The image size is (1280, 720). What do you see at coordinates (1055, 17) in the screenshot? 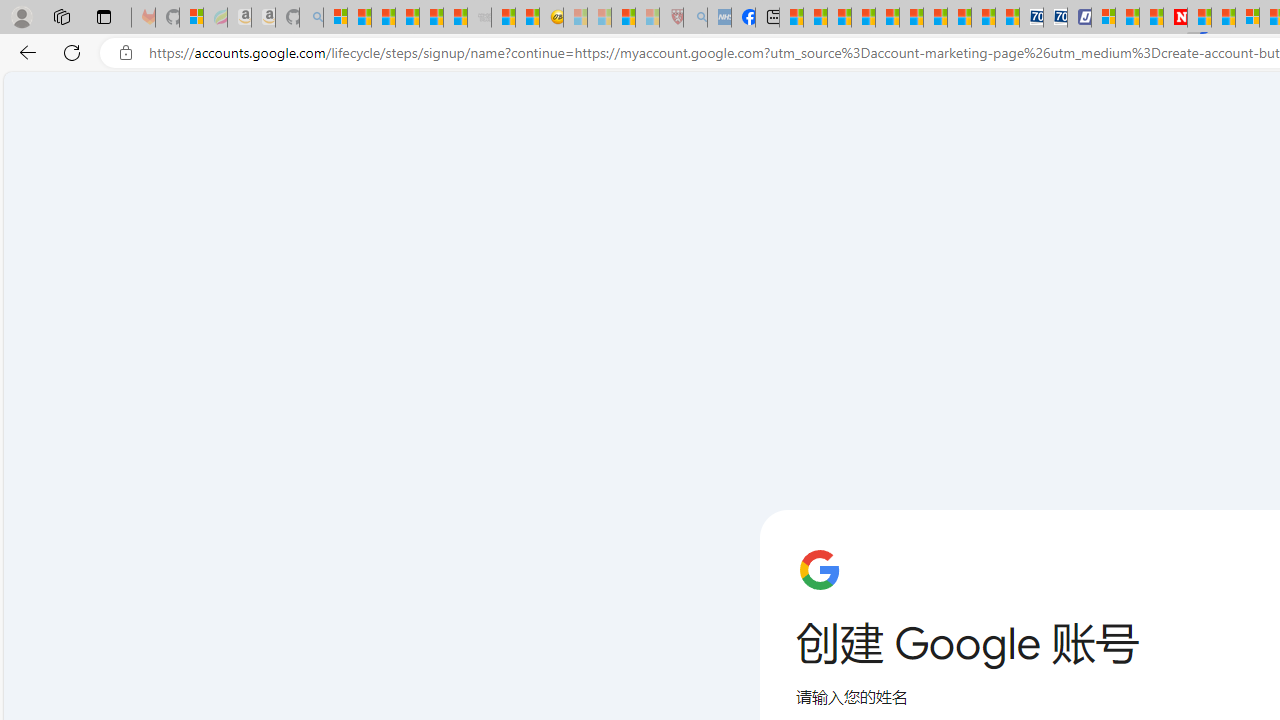
I see `'Cheap Hotels - Save70.com'` at bounding box center [1055, 17].